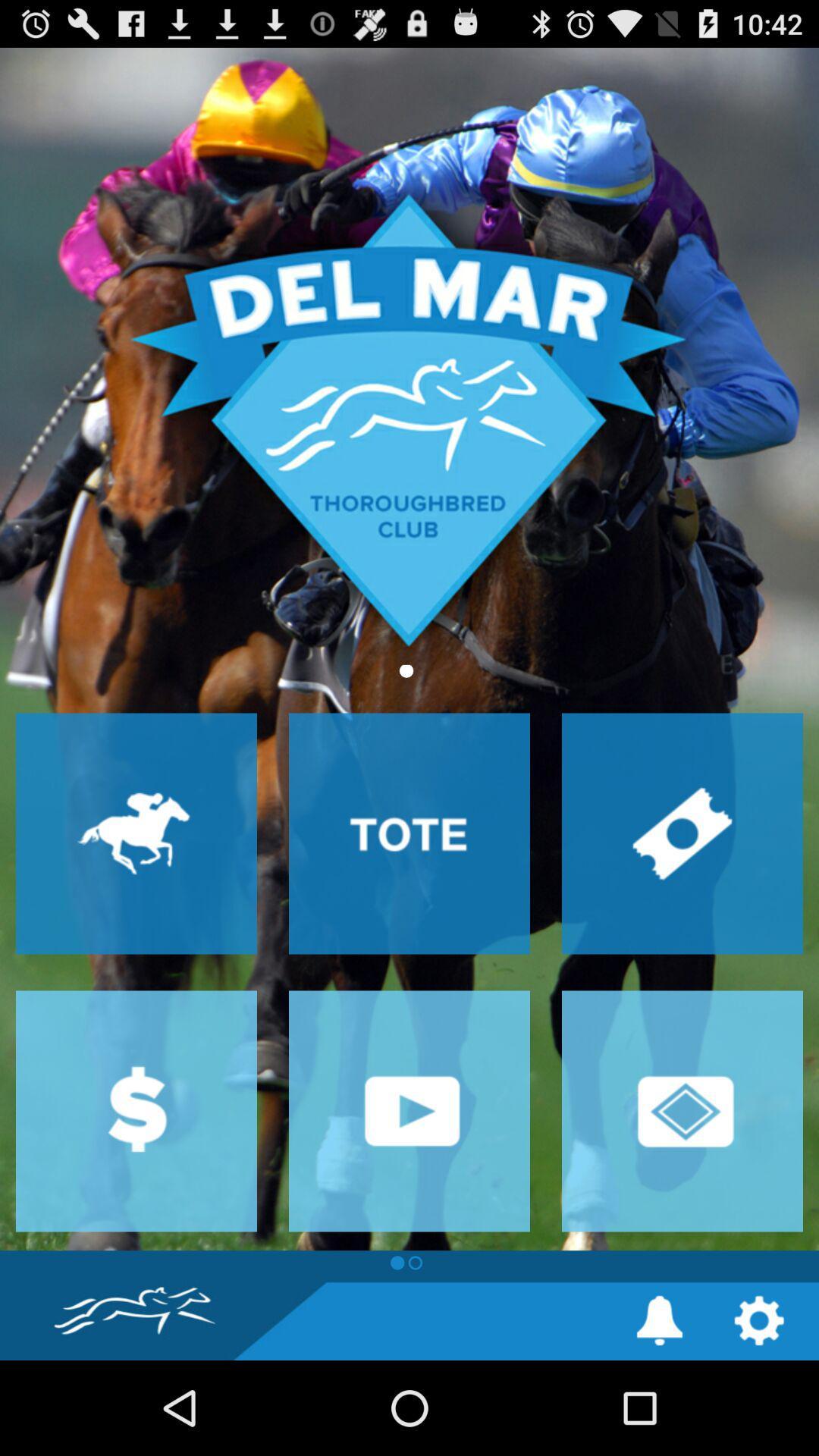 The width and height of the screenshot is (819, 1456). What do you see at coordinates (681, 833) in the screenshot?
I see `buy tickets` at bounding box center [681, 833].